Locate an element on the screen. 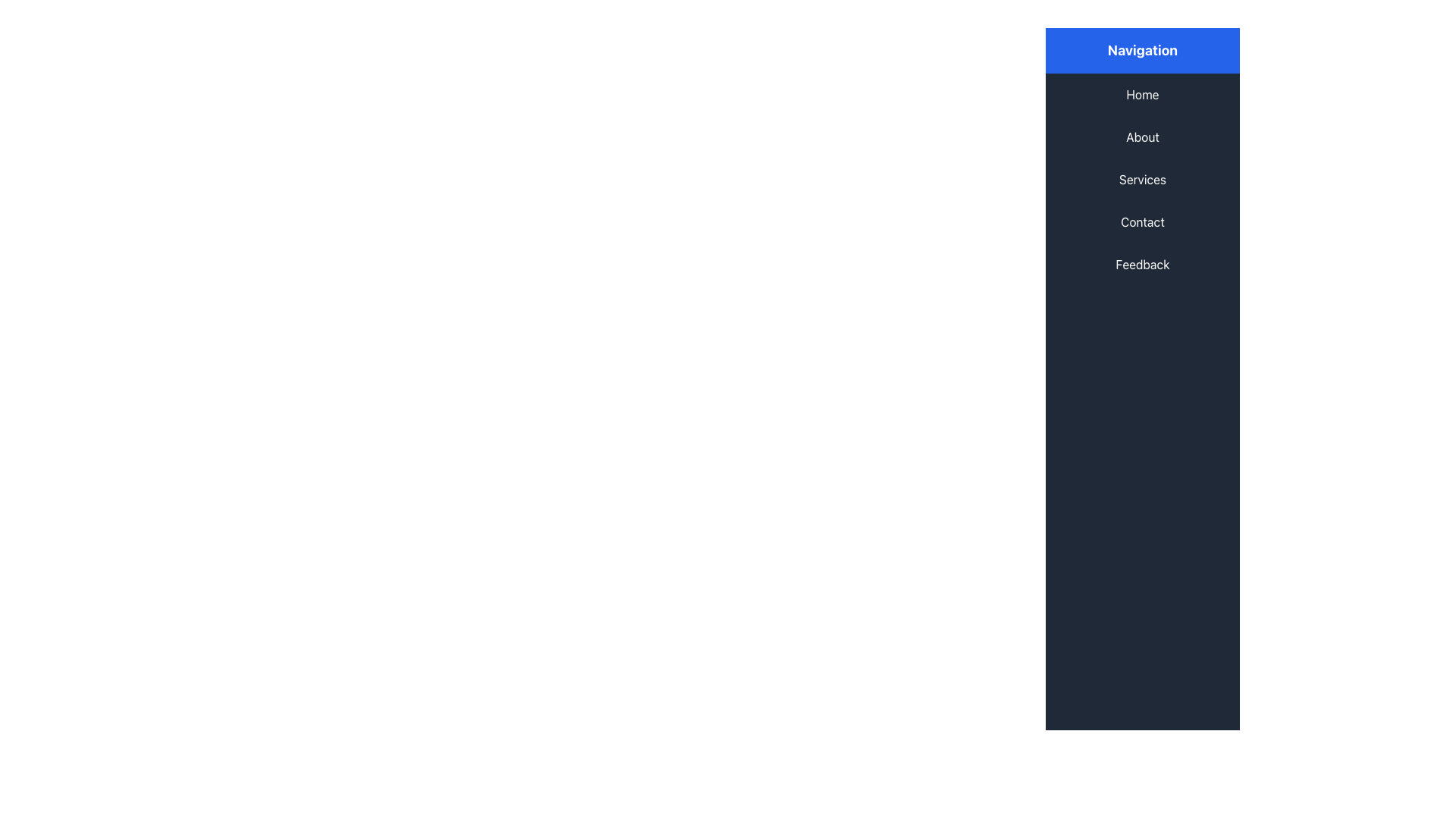 This screenshot has width=1456, height=819. the Static text header with bold 'Navigation' text, which is located at the top of the vertical sidebar layout, above the navigation links is located at coordinates (1143, 49).